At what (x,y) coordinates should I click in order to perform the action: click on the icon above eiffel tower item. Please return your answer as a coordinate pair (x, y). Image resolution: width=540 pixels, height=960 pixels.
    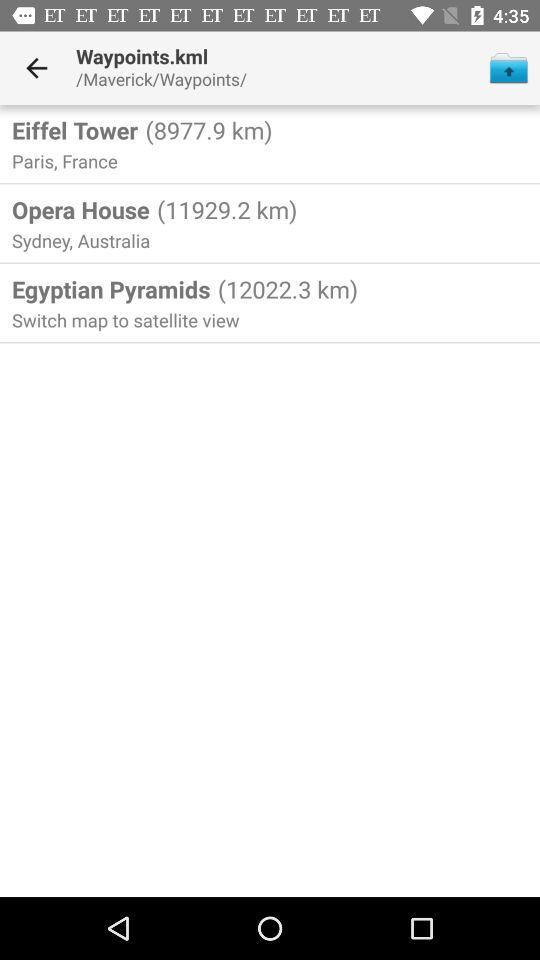
    Looking at the image, I should click on (36, 68).